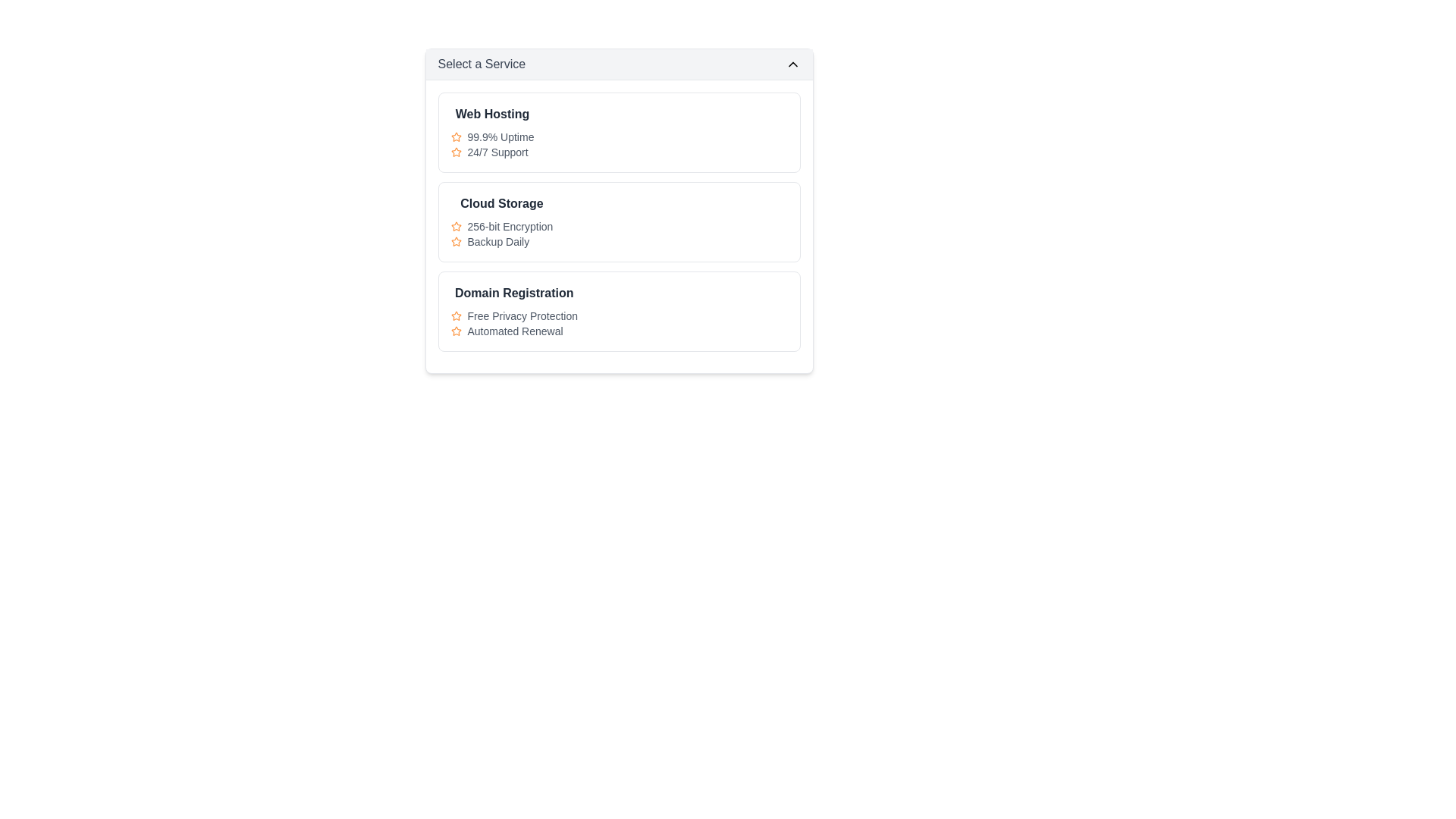 The height and width of the screenshot is (819, 1456). What do you see at coordinates (455, 152) in the screenshot?
I see `the orange, hollow star-shaped icon located to the left of the 'Web Hosting' text in the first item of the 'Select a Service' dropdown` at bounding box center [455, 152].